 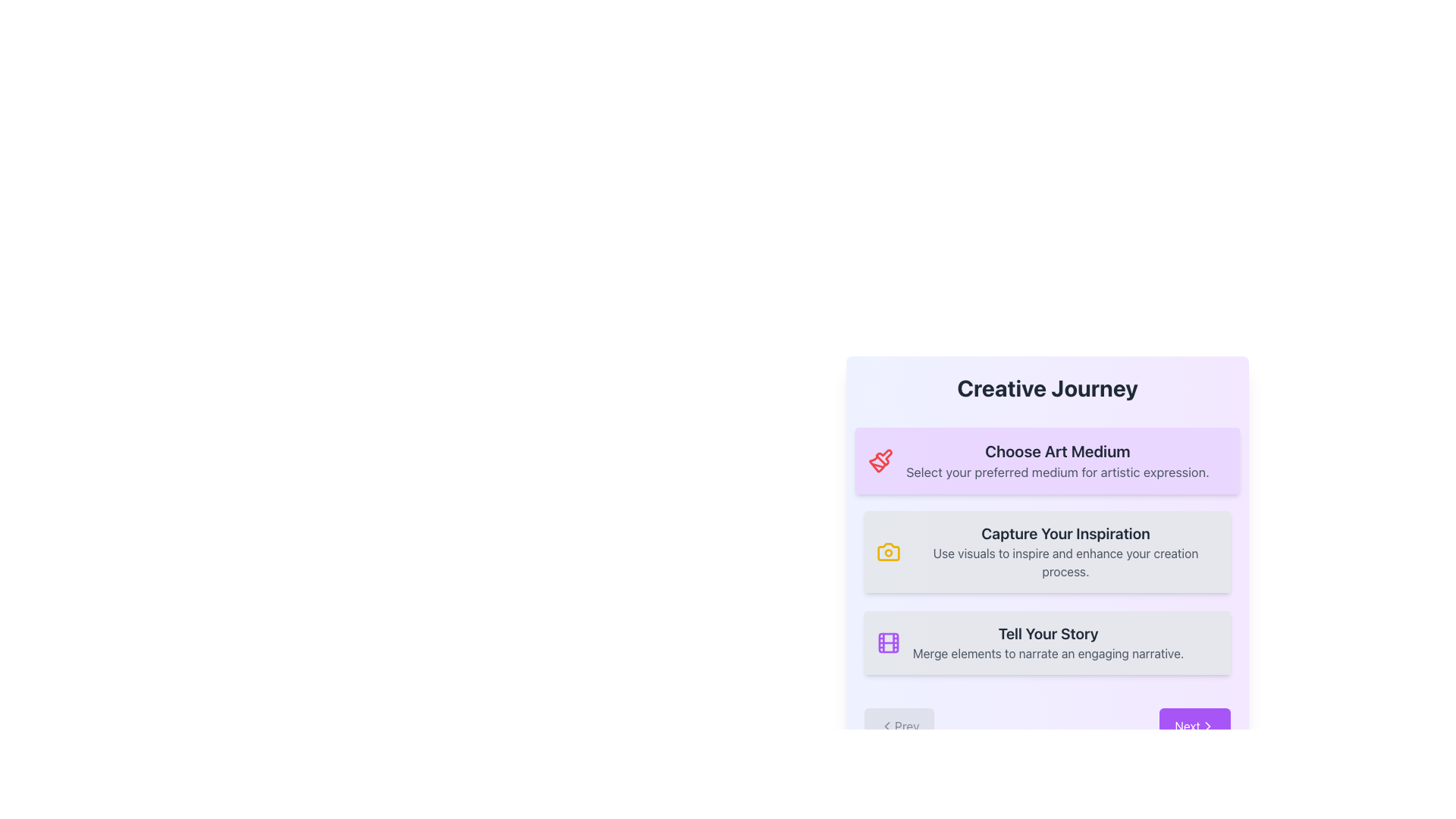 What do you see at coordinates (887, 725) in the screenshot?
I see `the chevron icon located in the control bar at the bottom left of the interface` at bounding box center [887, 725].